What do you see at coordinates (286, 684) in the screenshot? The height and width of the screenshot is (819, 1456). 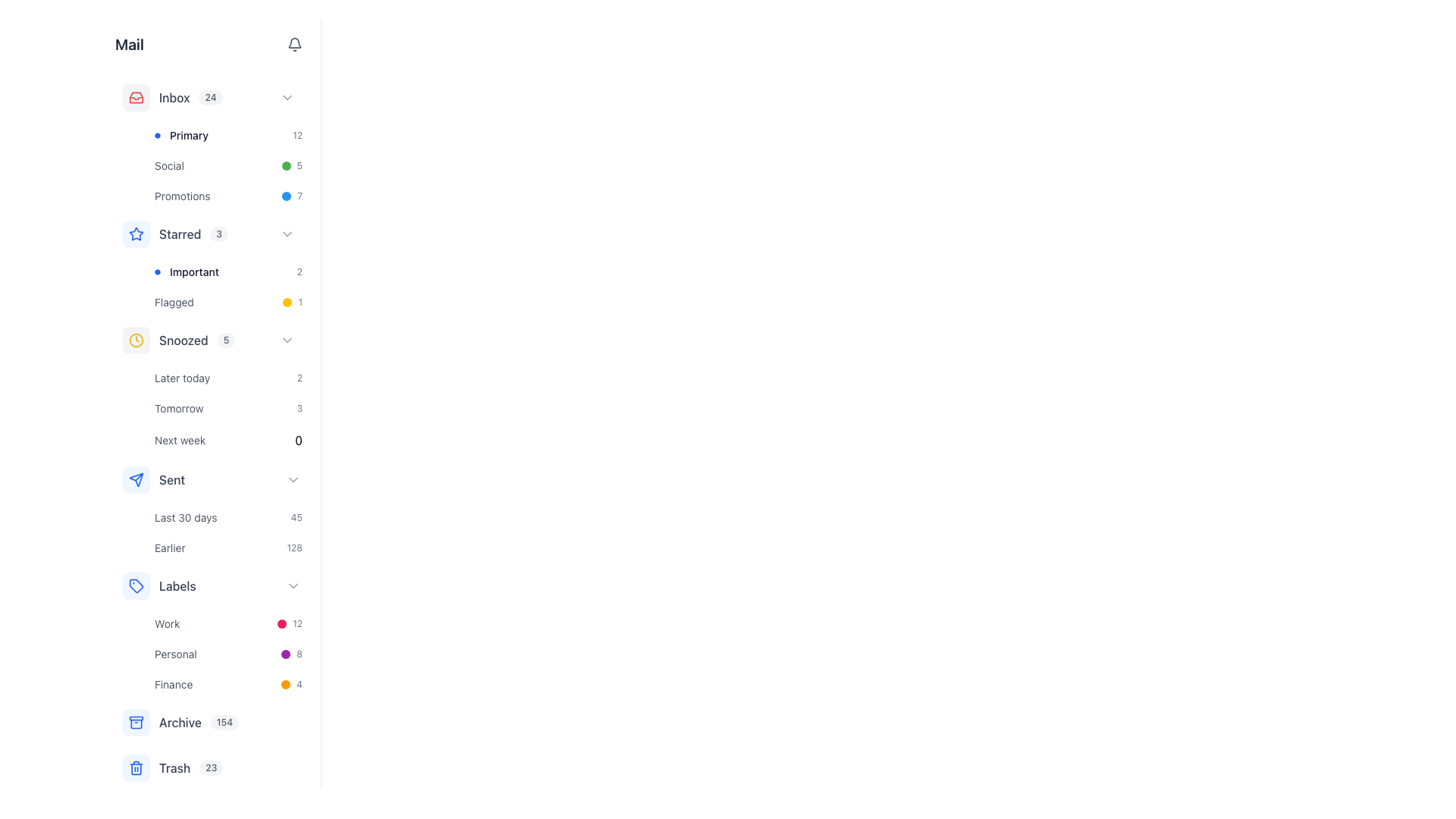 I see `the color-coded indicator or marker associated with the 'Finance' label located in the sidebar menu under the 'Labels' section, positioned immediately to the left of the number '4'` at bounding box center [286, 684].